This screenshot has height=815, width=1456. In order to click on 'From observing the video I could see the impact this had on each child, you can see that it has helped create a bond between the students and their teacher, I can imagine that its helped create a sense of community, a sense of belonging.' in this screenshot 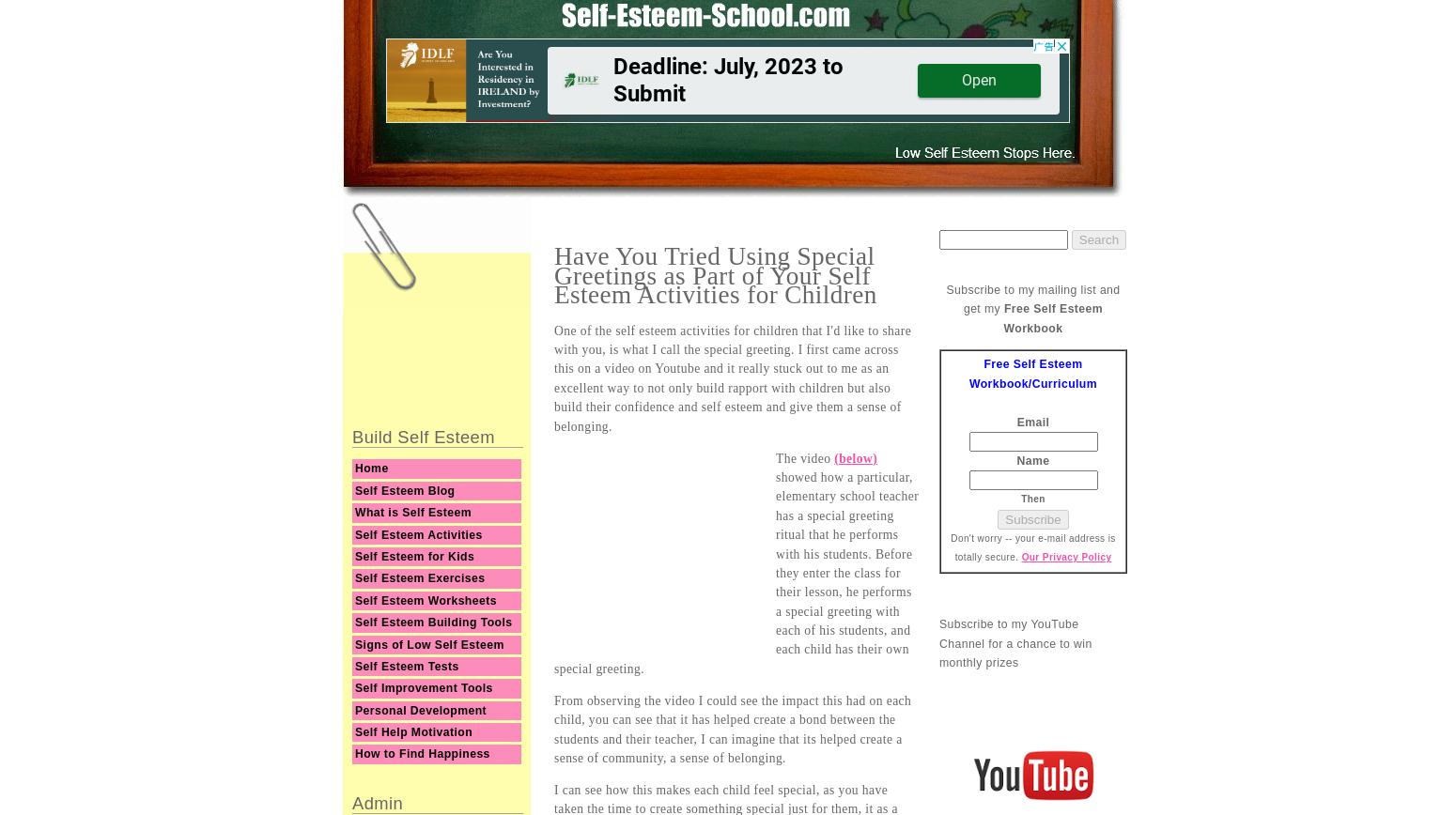, I will do `click(731, 729)`.